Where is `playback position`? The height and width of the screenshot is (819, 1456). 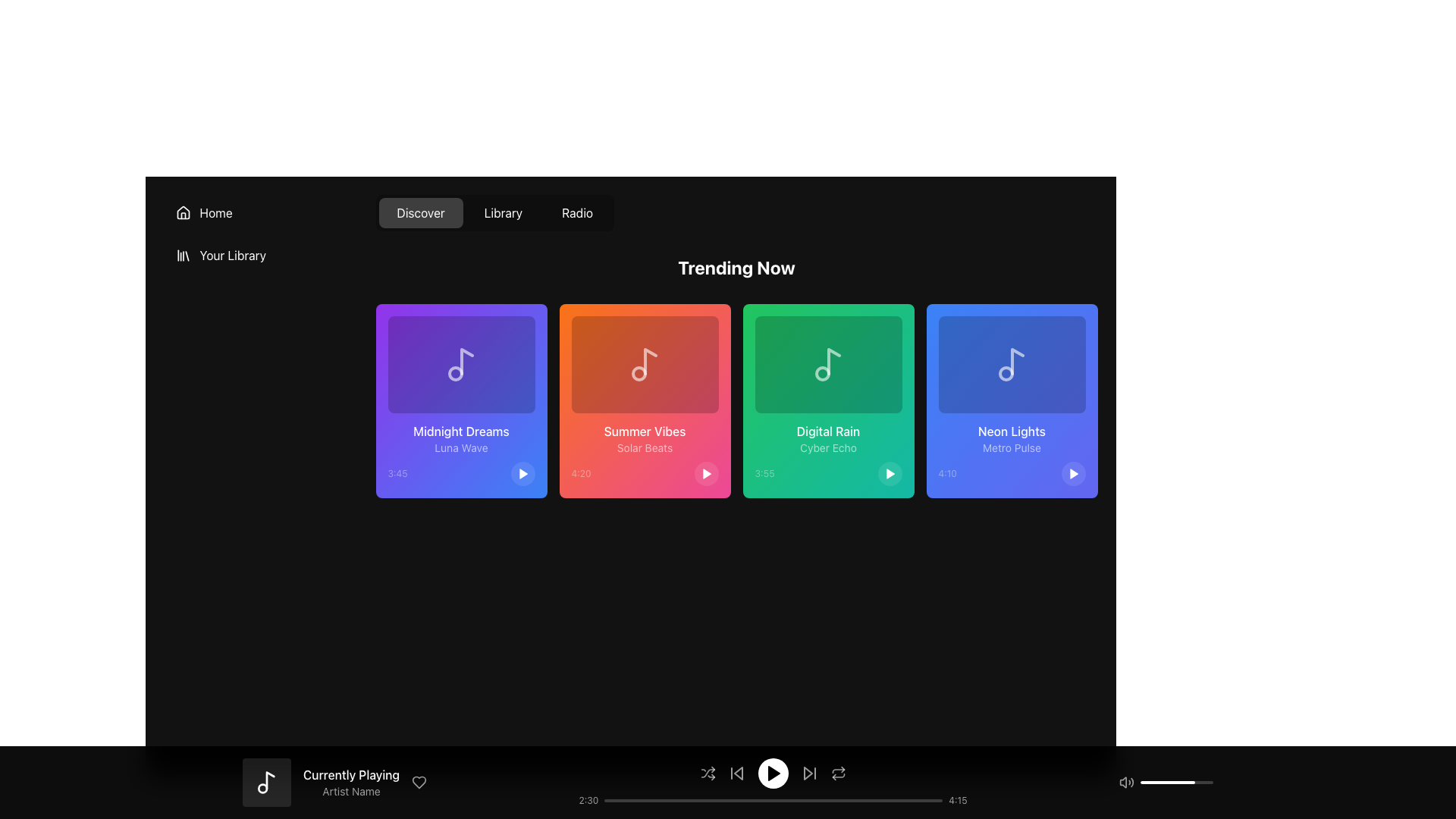 playback position is located at coordinates (916, 800).